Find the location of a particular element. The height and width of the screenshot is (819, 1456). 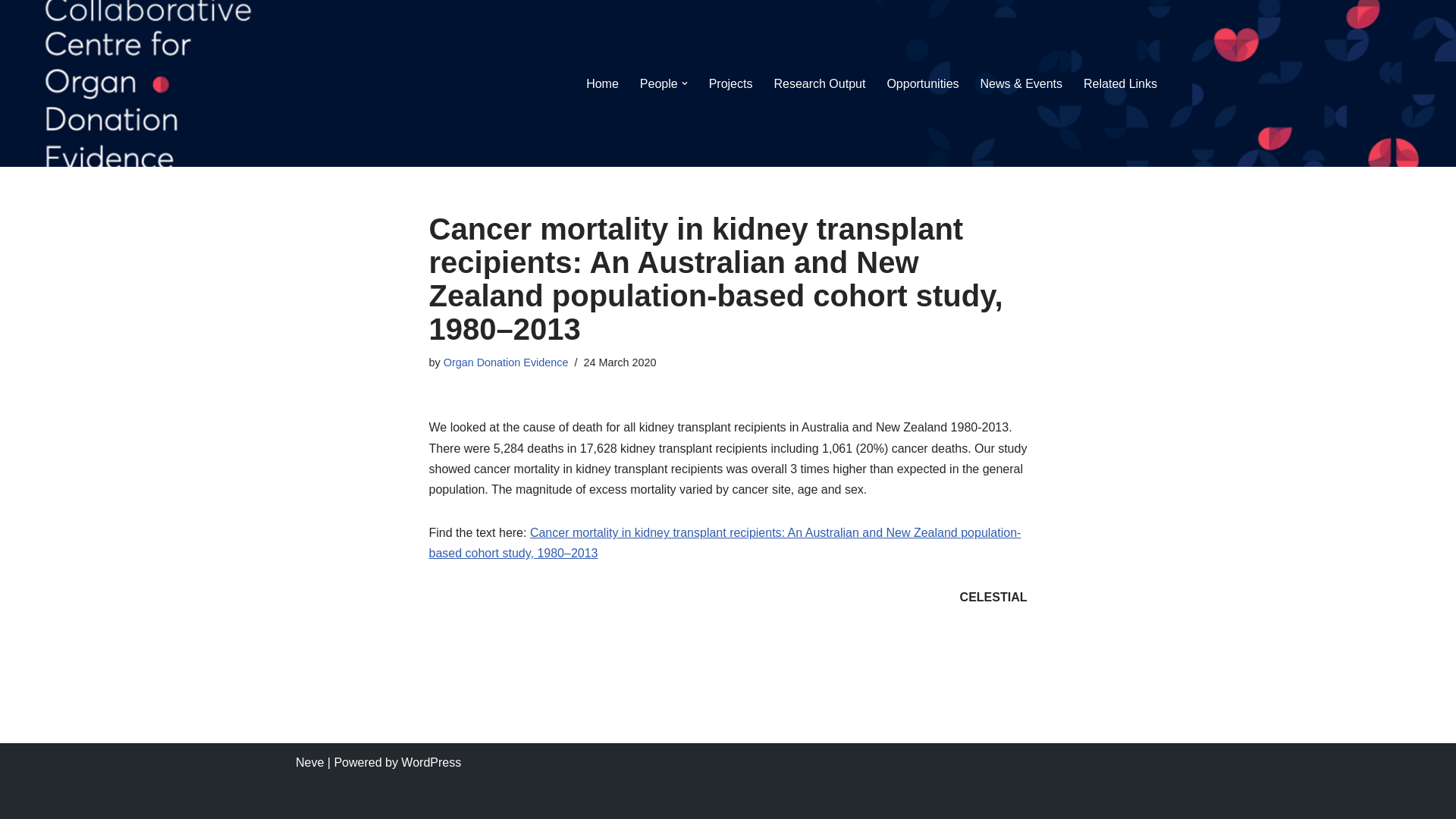

'WordPress' is located at coordinates (430, 762).